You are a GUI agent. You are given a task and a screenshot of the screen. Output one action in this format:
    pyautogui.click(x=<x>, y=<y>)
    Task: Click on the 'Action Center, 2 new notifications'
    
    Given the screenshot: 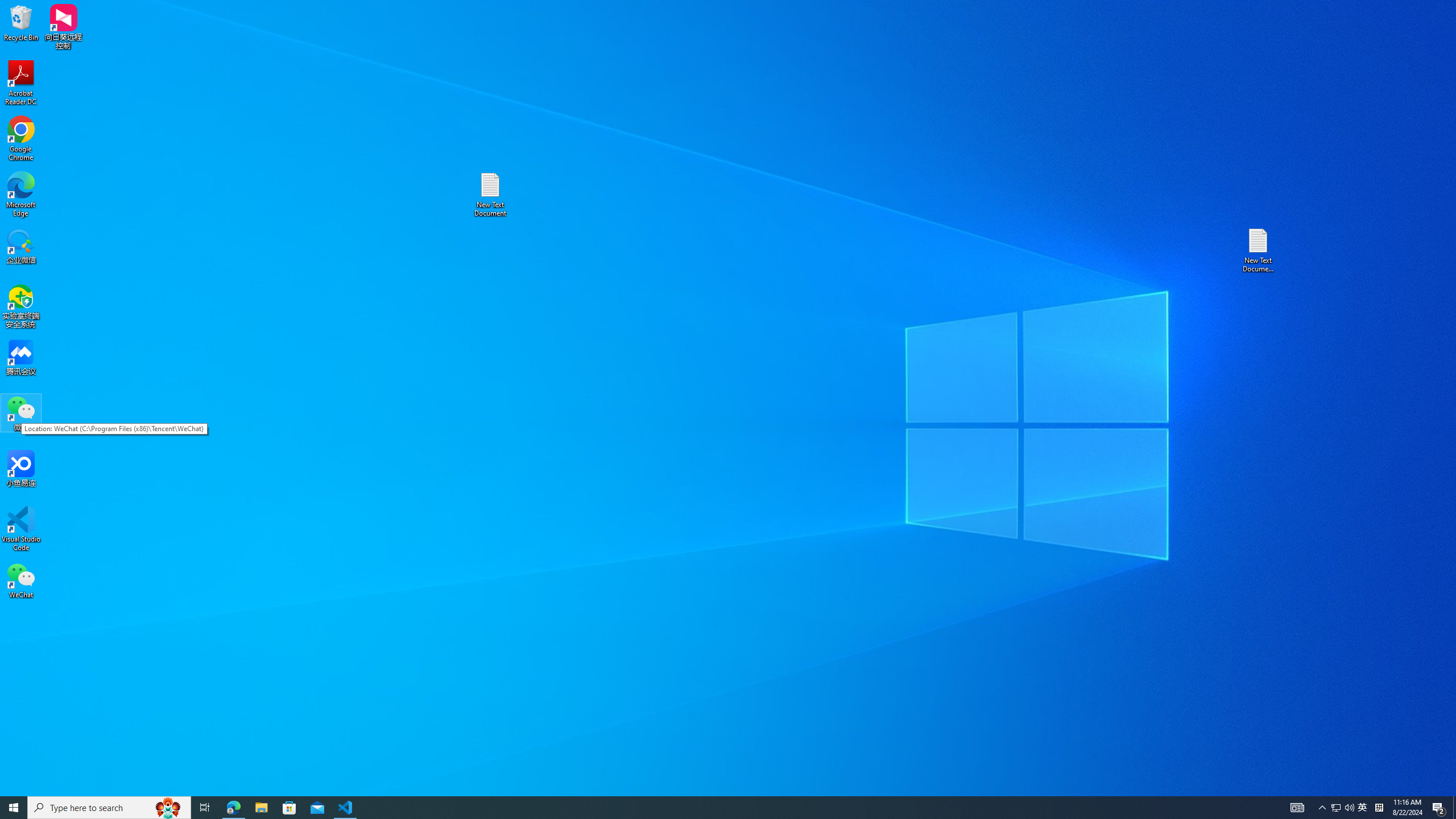 What is the action you would take?
    pyautogui.click(x=1439, y=806)
    